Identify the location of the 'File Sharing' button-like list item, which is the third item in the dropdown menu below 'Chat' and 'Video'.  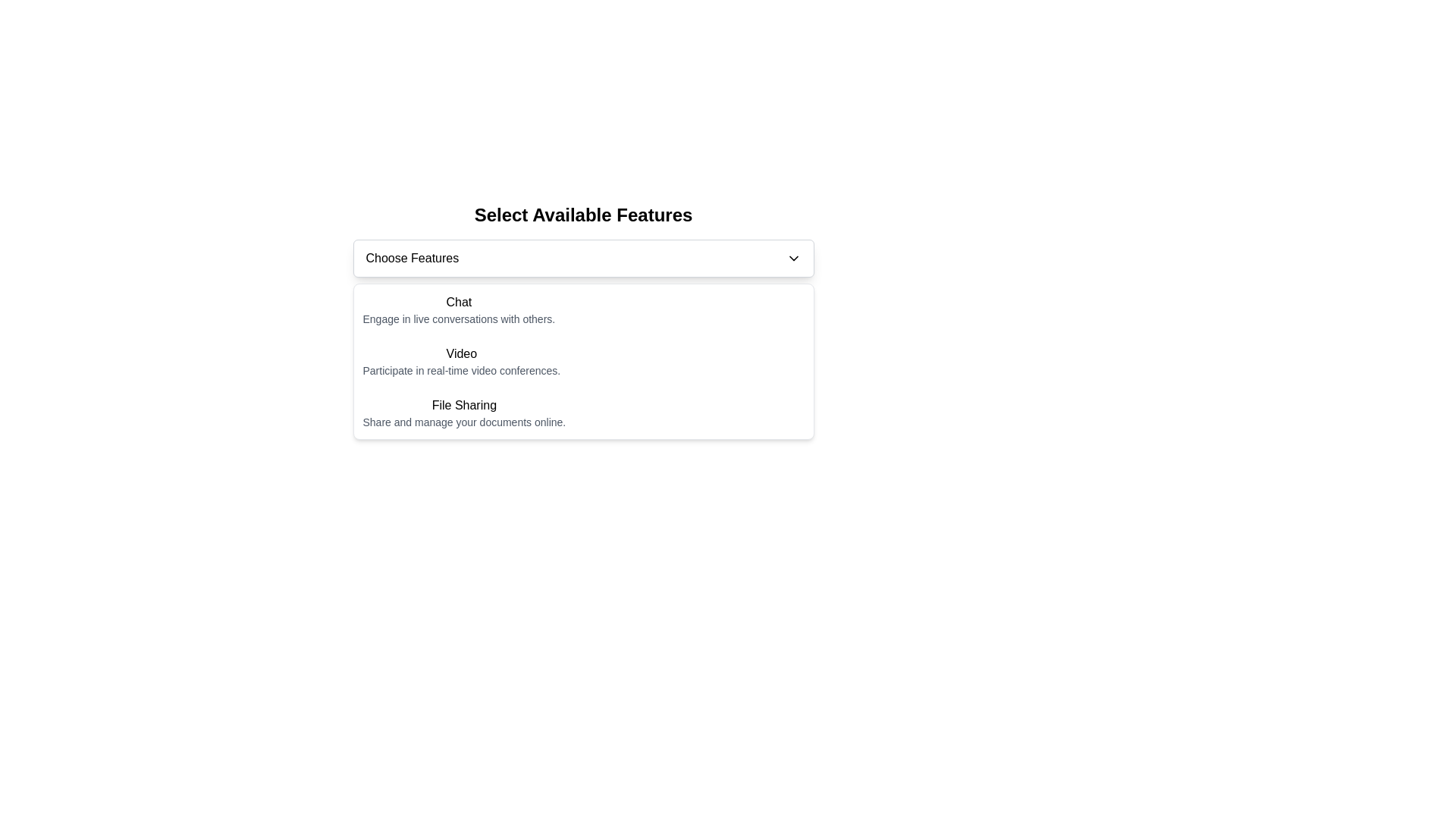
(582, 413).